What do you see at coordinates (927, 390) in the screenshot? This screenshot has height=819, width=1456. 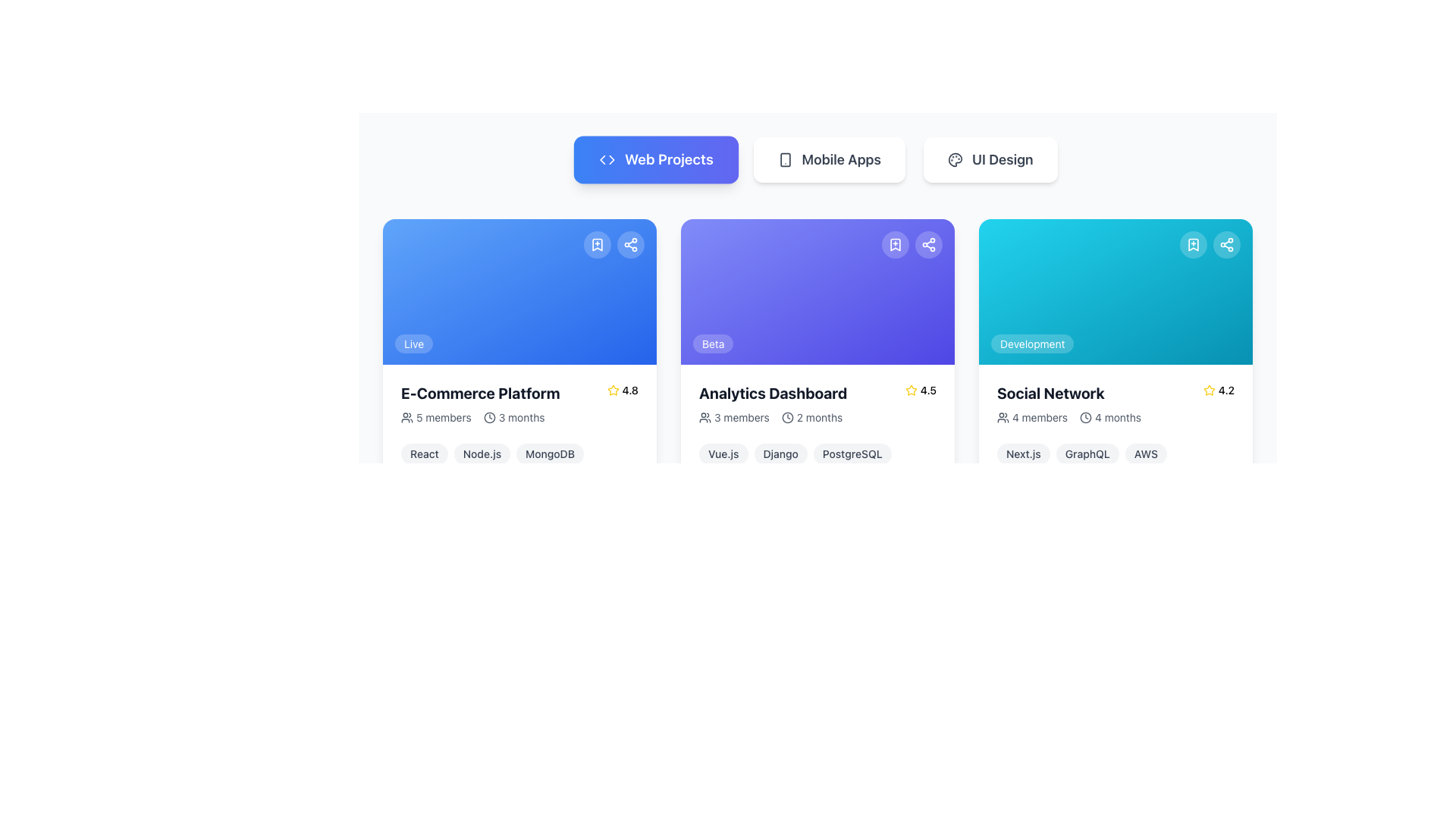 I see `the rating label displaying '4.5' located next to the golden star icon in the 'Analytics Dashboard' card layout` at bounding box center [927, 390].